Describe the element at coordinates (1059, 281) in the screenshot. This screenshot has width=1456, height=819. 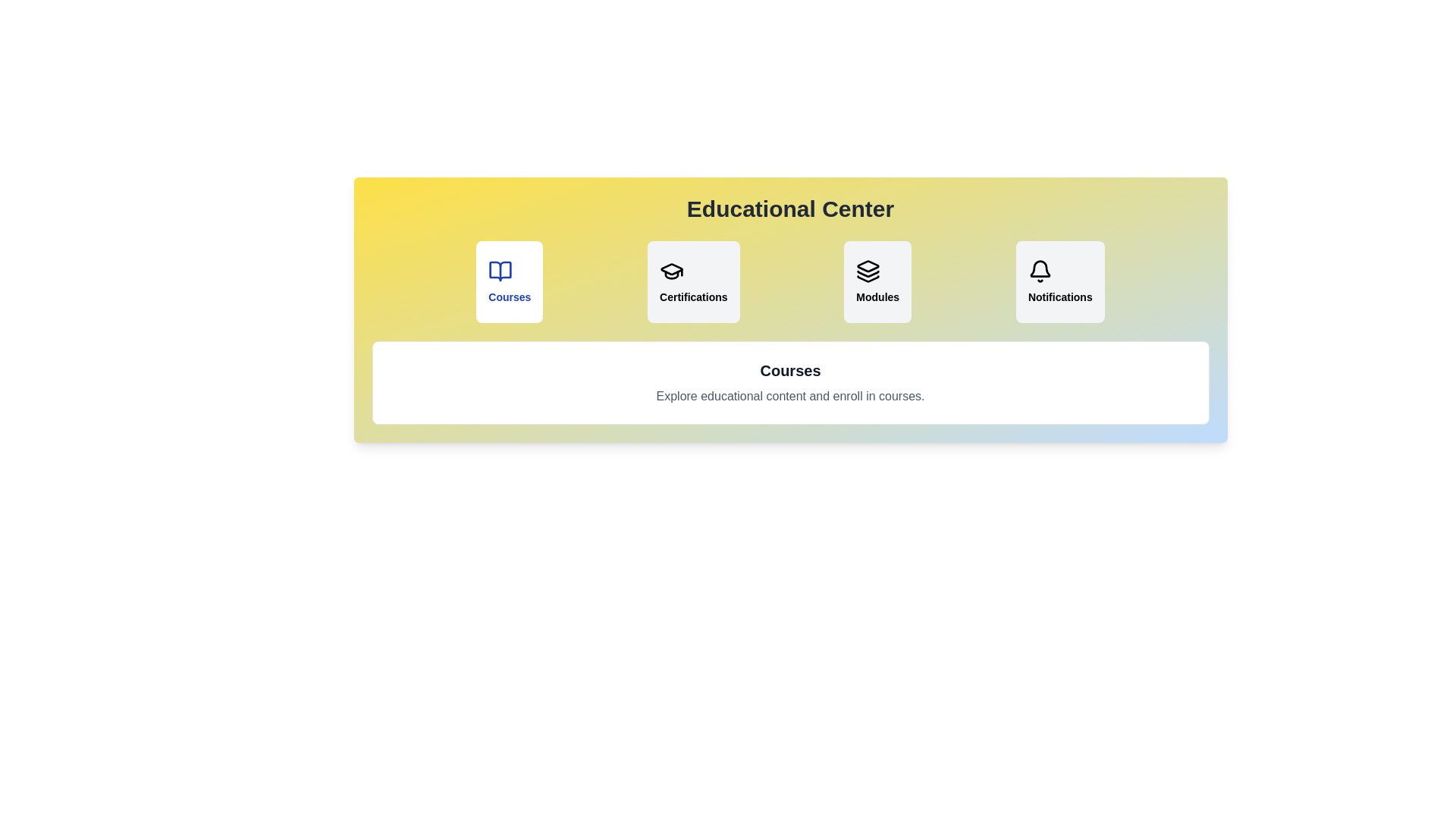
I see `the tab labeled 'Notifications' to observe the hover effect` at that location.